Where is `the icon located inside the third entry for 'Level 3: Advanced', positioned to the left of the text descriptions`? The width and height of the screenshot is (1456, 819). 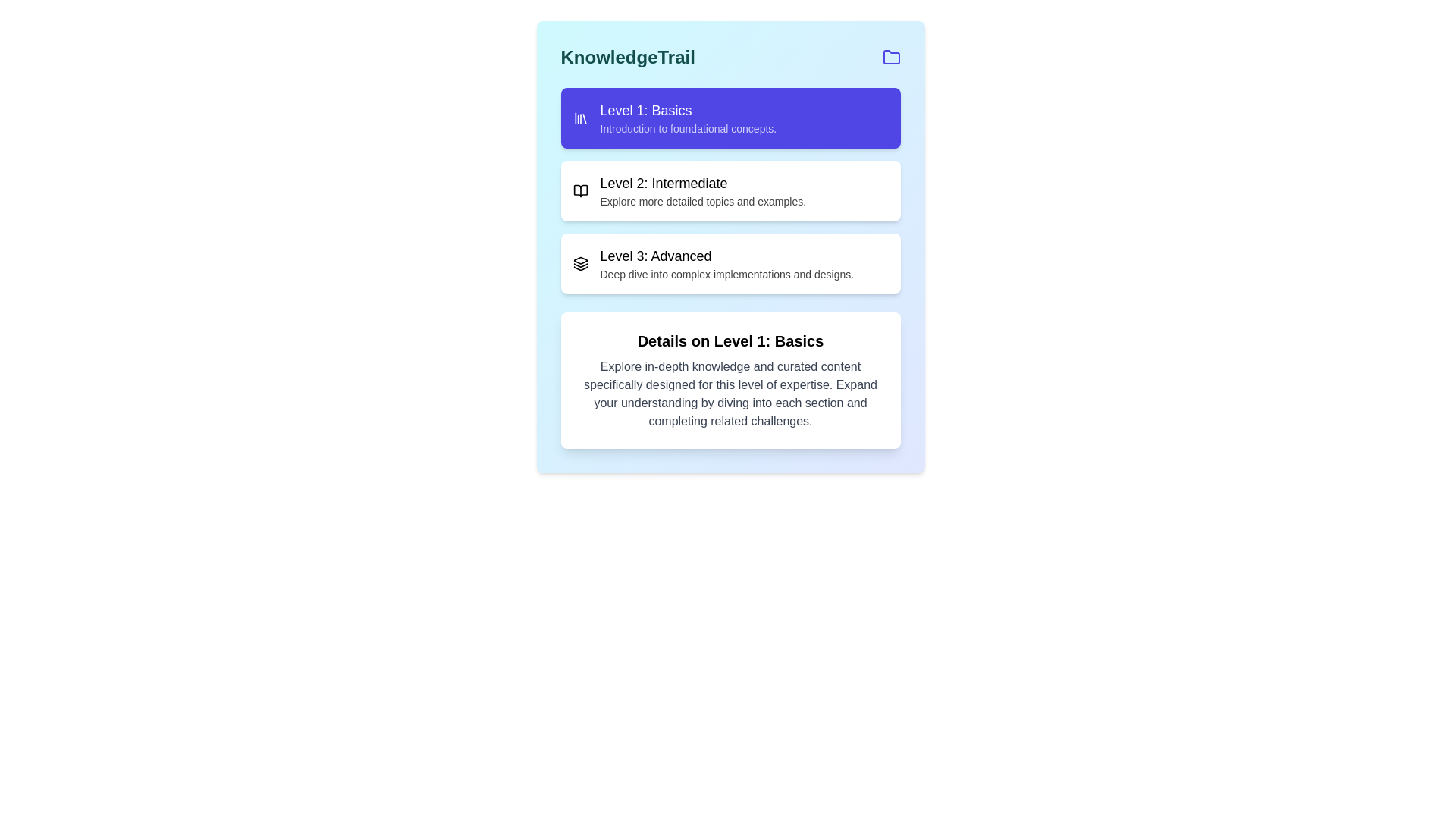
the icon located inside the third entry for 'Level 3: Advanced', positioned to the left of the text descriptions is located at coordinates (579, 262).